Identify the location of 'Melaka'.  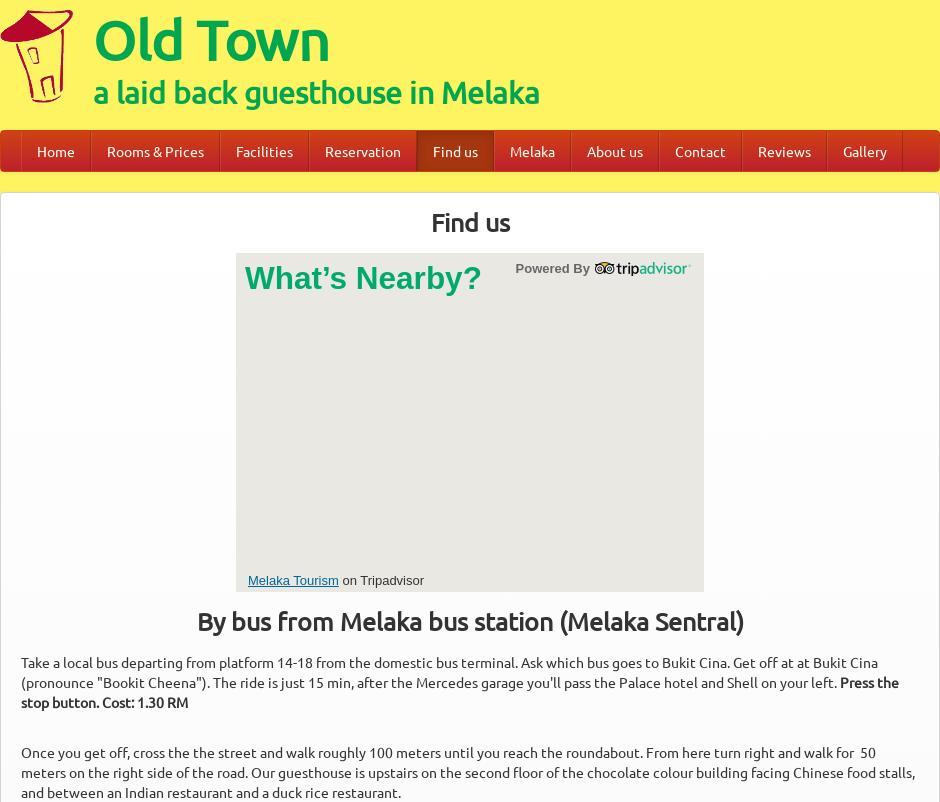
(531, 150).